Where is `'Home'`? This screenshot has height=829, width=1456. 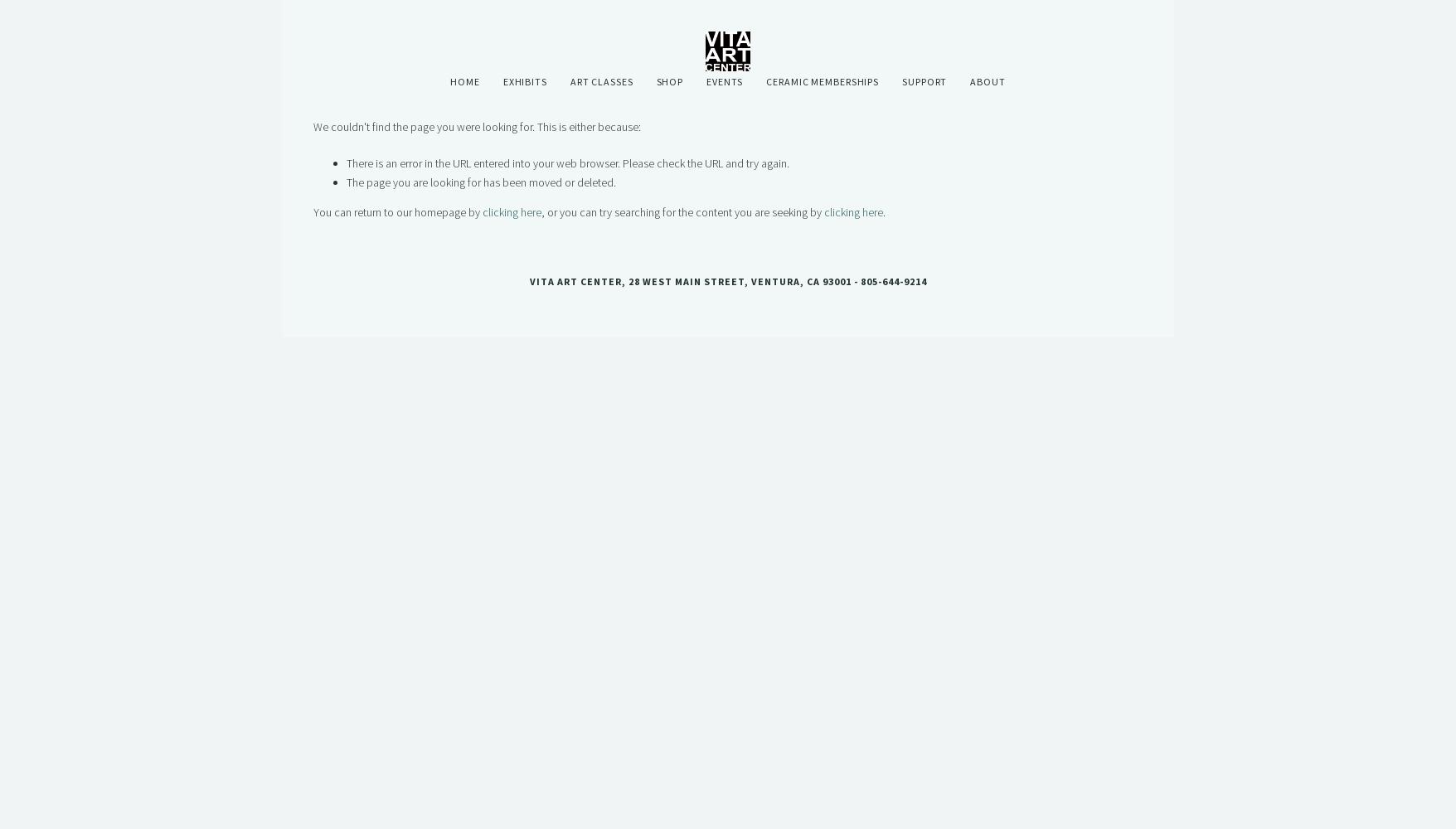
'Home' is located at coordinates (463, 80).